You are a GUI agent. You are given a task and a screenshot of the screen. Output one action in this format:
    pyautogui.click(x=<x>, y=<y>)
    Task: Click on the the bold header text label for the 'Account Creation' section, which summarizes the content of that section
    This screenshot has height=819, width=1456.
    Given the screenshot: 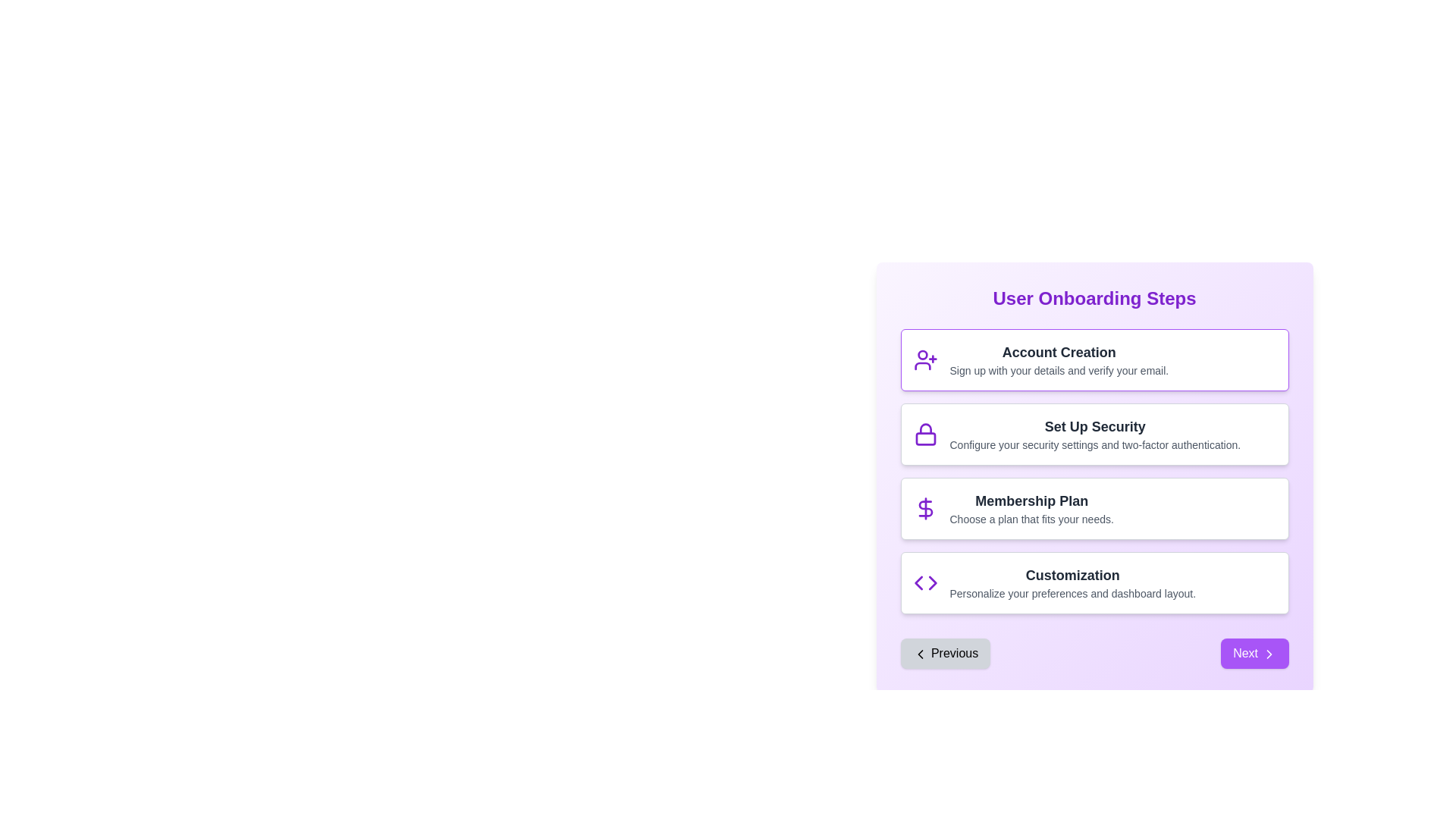 What is the action you would take?
    pyautogui.click(x=1058, y=353)
    